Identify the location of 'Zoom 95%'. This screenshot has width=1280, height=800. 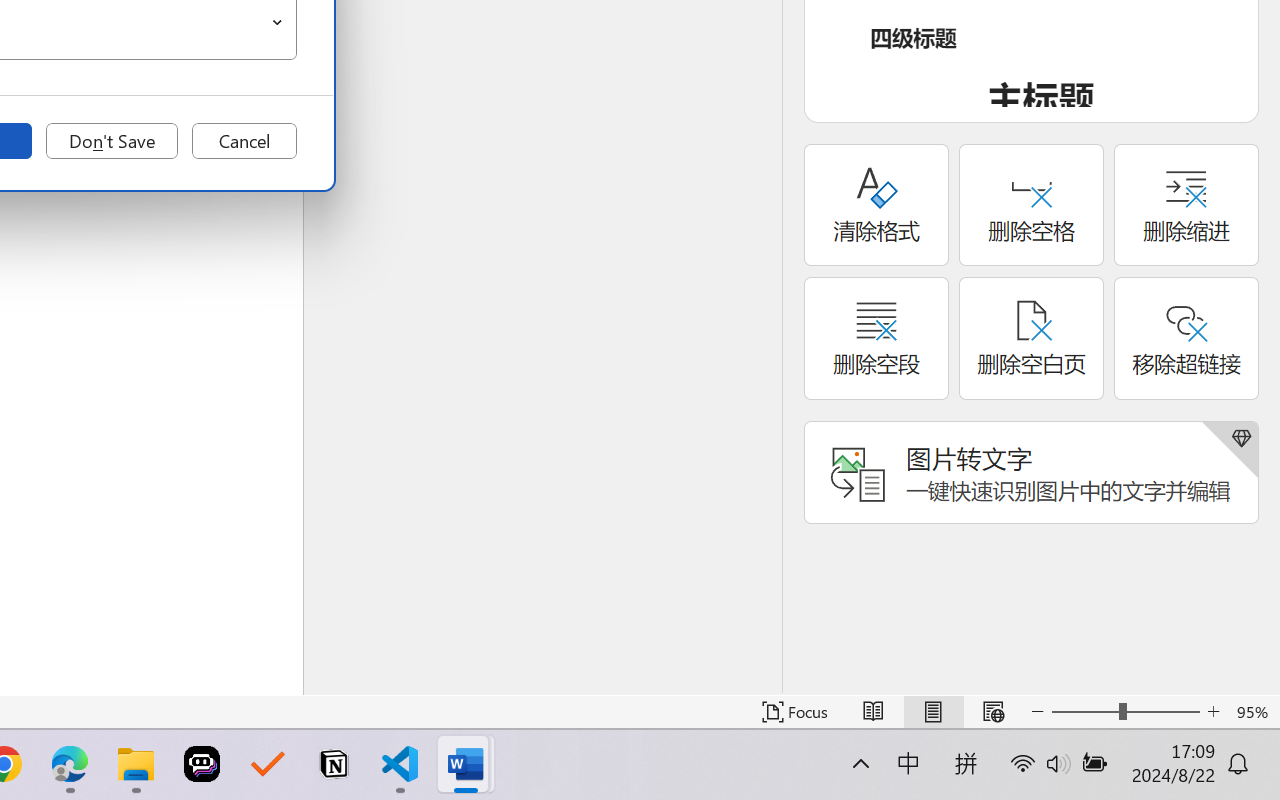
(1252, 711).